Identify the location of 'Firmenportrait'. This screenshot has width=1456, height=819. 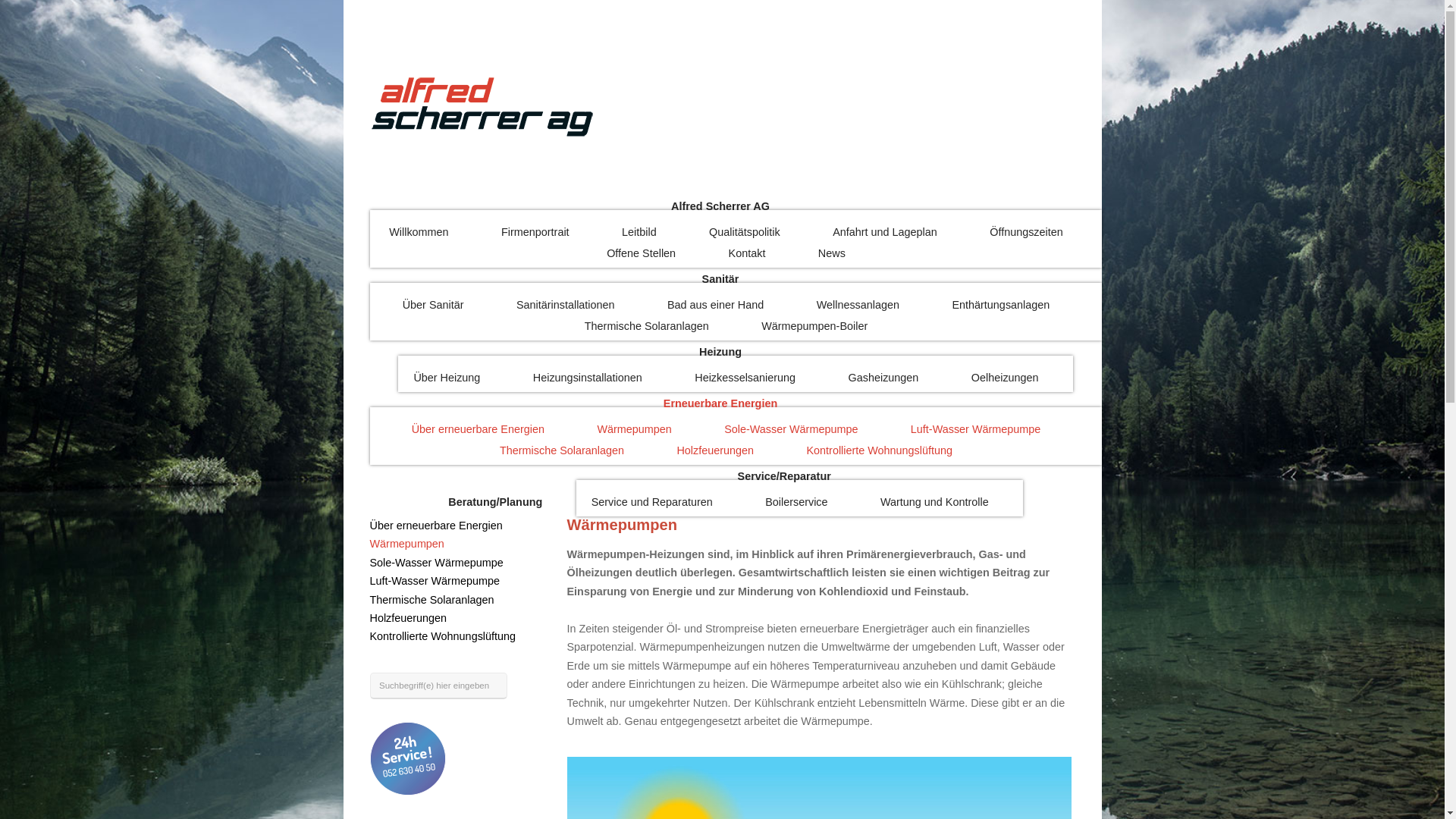
(501, 236).